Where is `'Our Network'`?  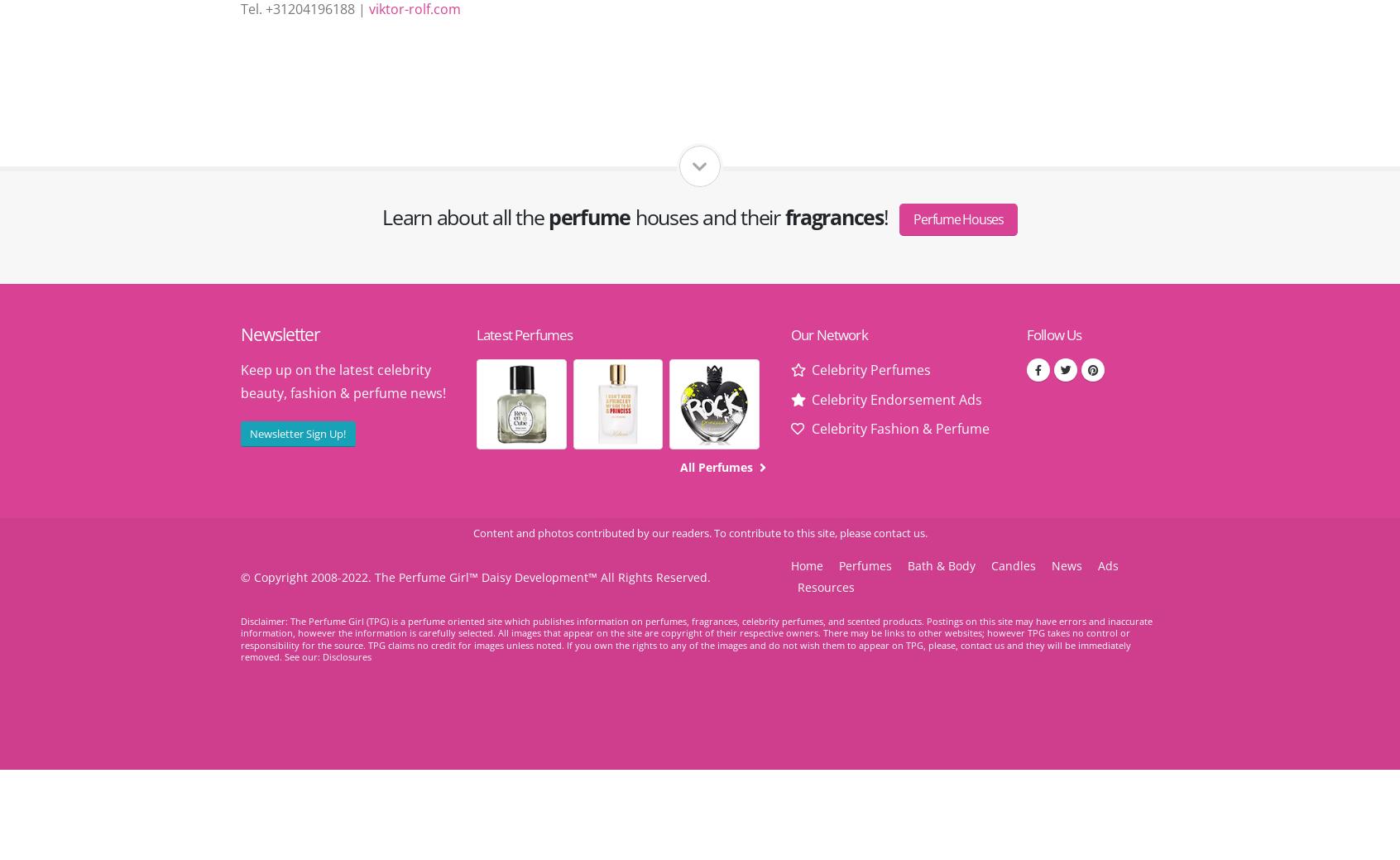 'Our Network' is located at coordinates (828, 334).